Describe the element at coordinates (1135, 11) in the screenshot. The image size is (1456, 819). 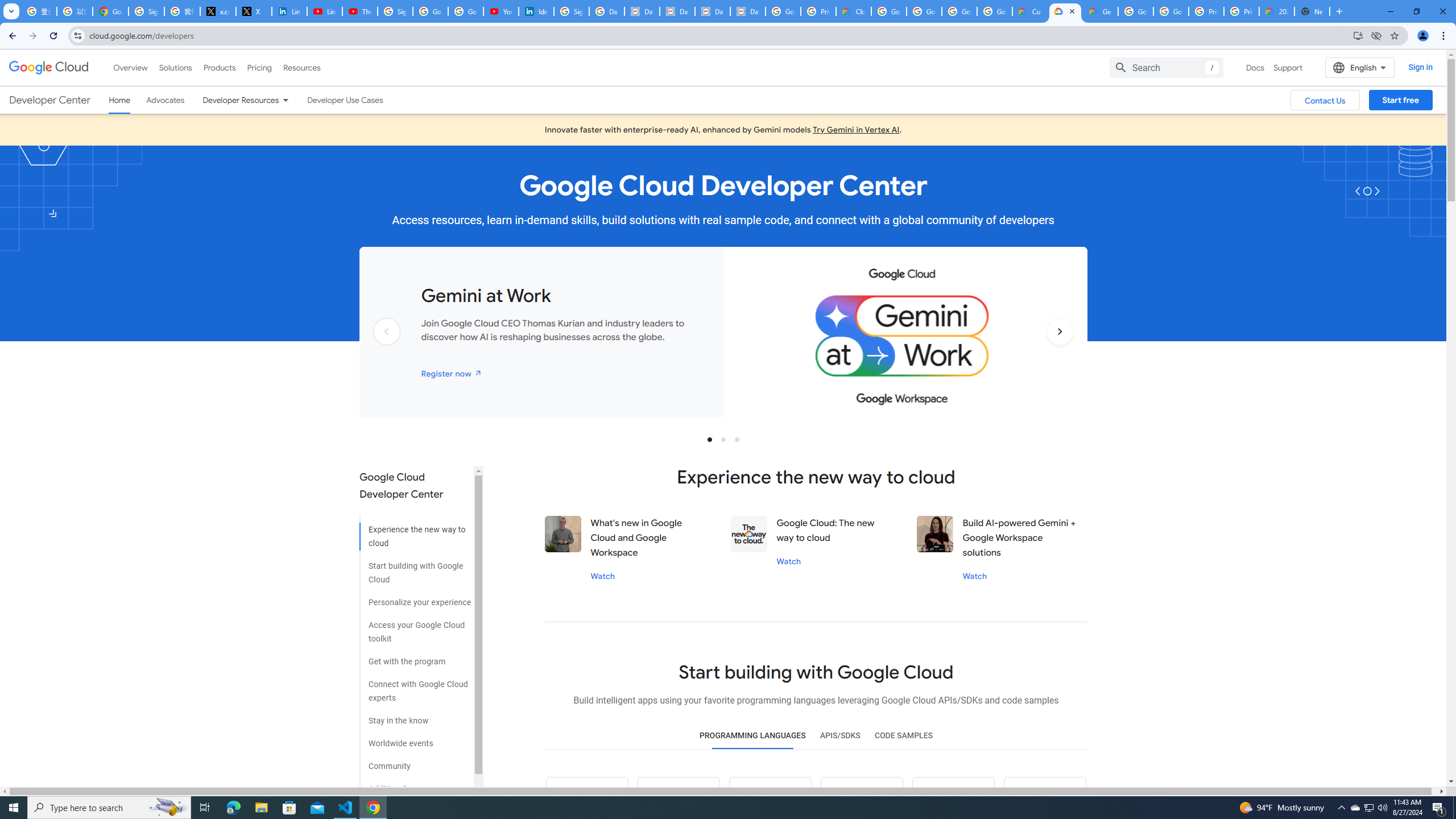
I see `'Google Cloud Platform'` at that location.